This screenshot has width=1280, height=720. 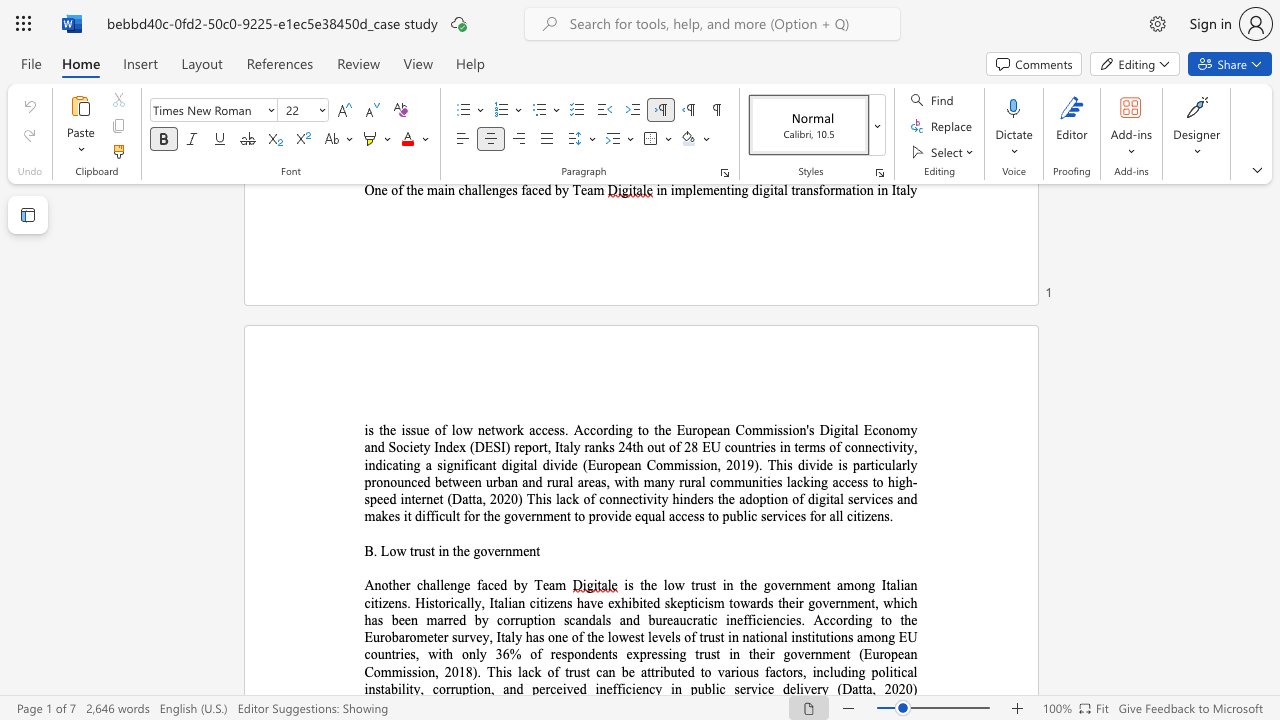 What do you see at coordinates (424, 551) in the screenshot?
I see `the subset text "st in the g" within the text "B. Low trust in the government"` at bounding box center [424, 551].